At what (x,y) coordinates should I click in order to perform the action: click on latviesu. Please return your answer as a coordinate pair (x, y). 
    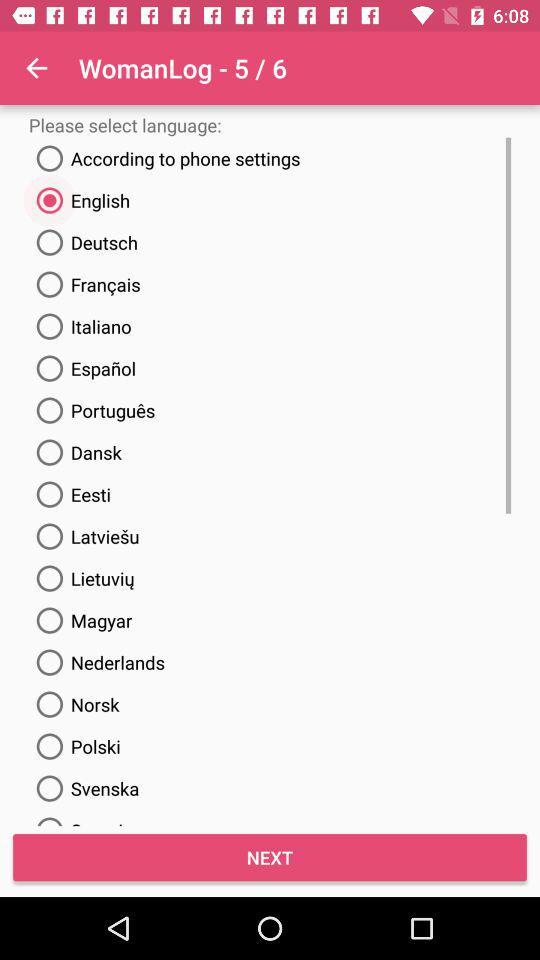
    Looking at the image, I should click on (83, 536).